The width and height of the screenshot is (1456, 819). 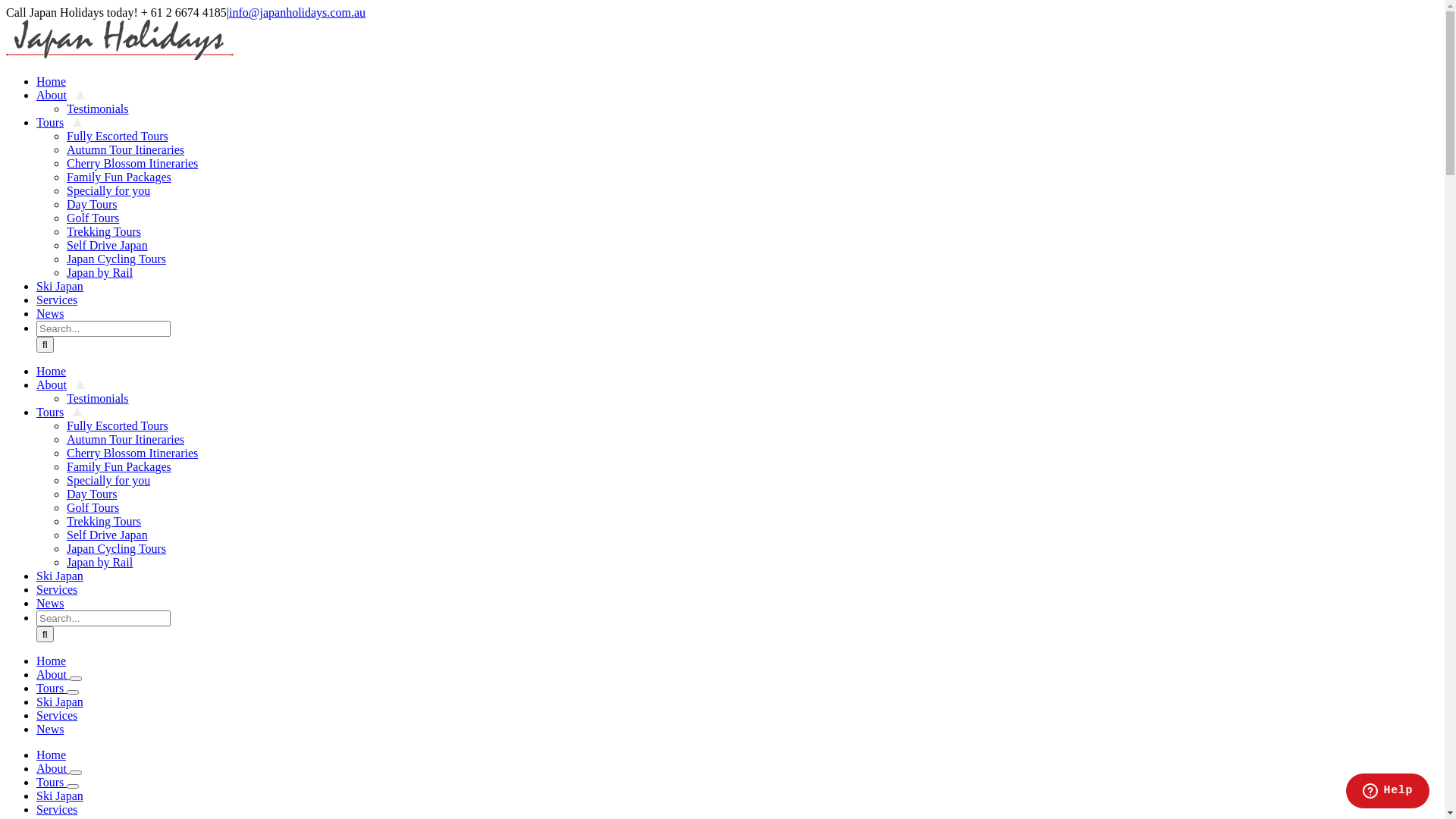 What do you see at coordinates (99, 562) in the screenshot?
I see `'Japan by Rail'` at bounding box center [99, 562].